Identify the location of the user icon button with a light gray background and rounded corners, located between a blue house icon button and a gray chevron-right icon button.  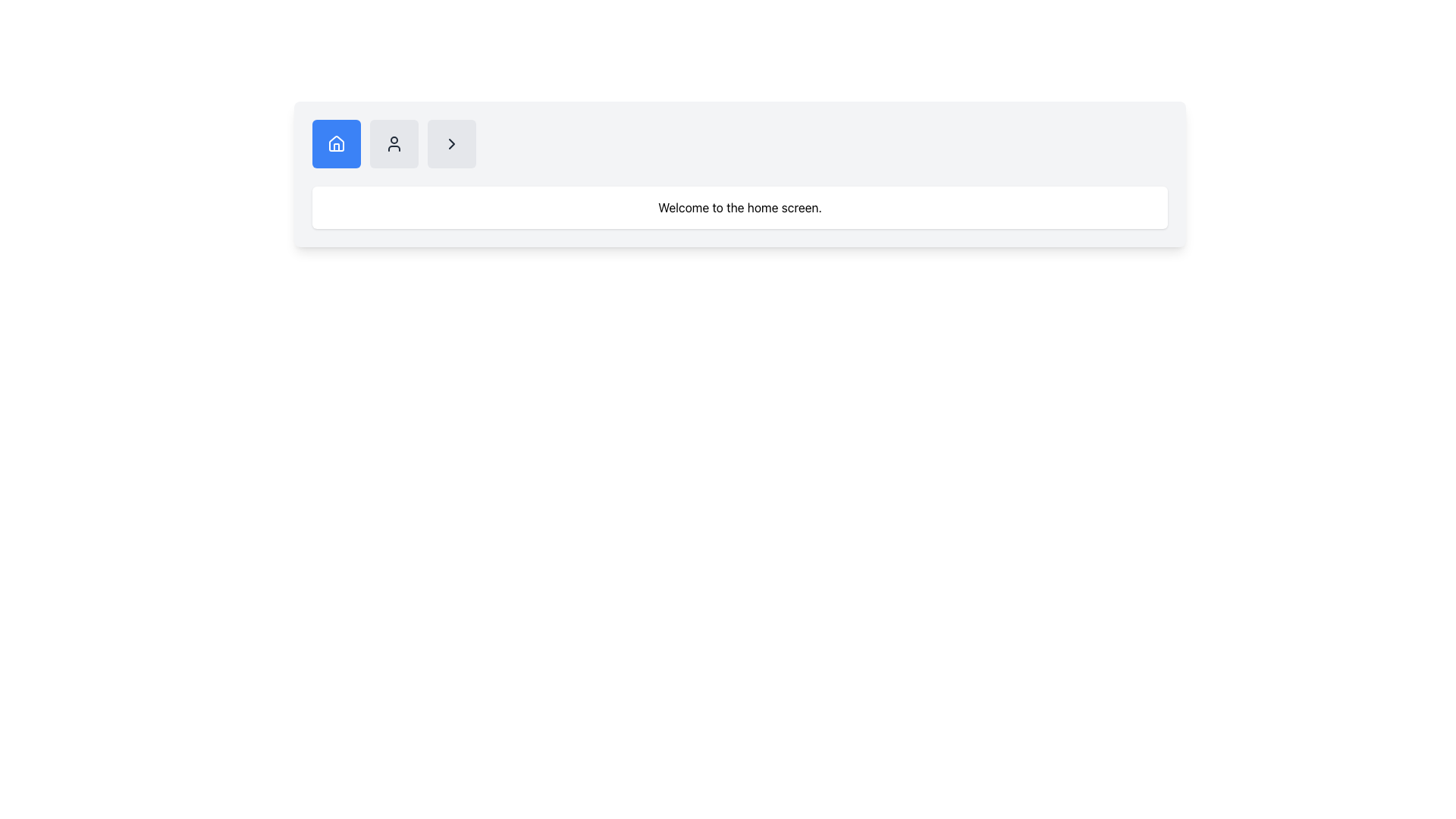
(394, 143).